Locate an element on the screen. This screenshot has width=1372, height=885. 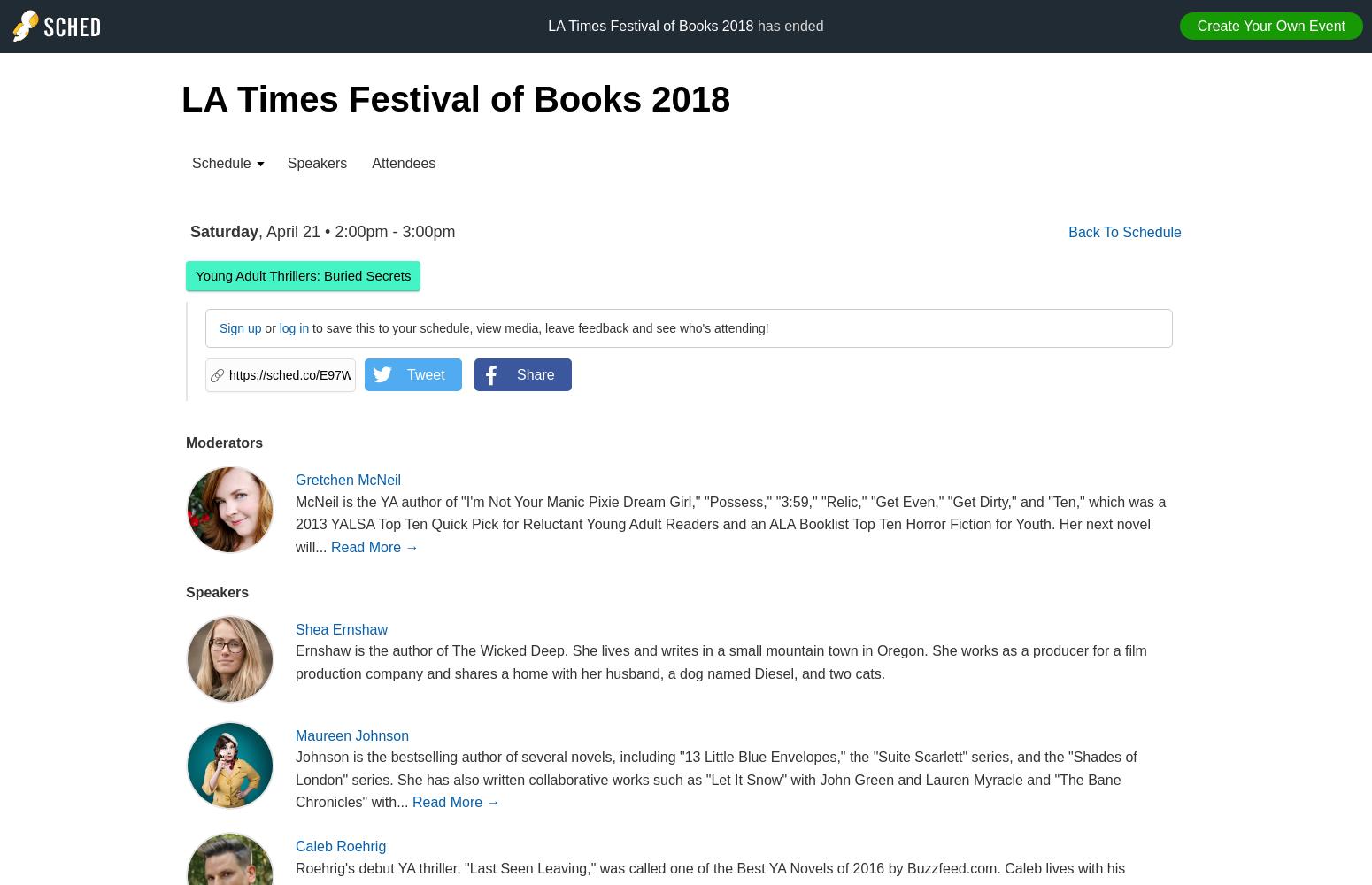
'Maureen Johnson' is located at coordinates (352, 734).